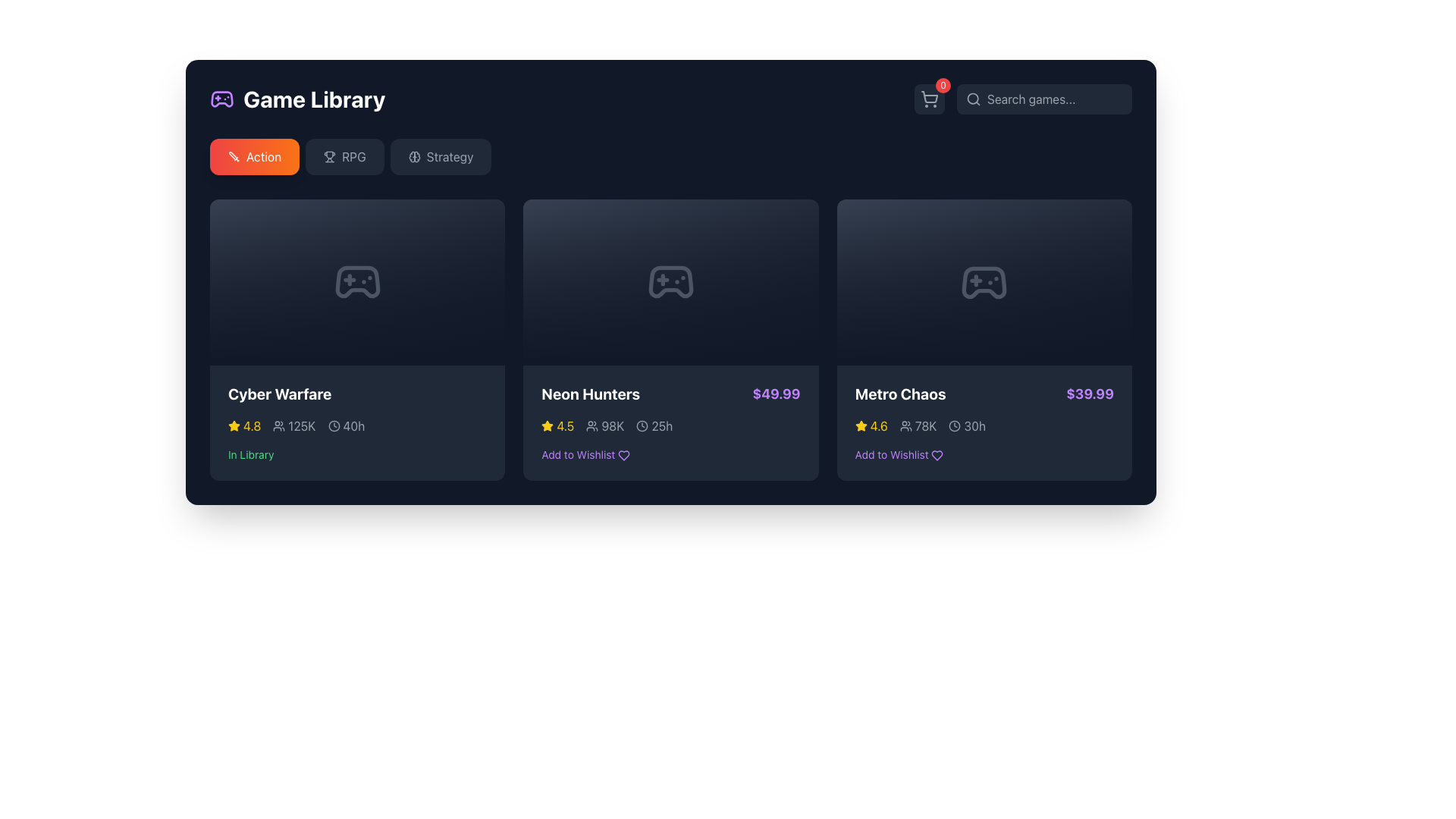 Image resolution: width=1456 pixels, height=819 pixels. What do you see at coordinates (918, 426) in the screenshot?
I see `displayed text '78K' from the Statistical text indicator located within the 'Metro Chaos' card, positioned below the rating stars and close to the user icon` at bounding box center [918, 426].